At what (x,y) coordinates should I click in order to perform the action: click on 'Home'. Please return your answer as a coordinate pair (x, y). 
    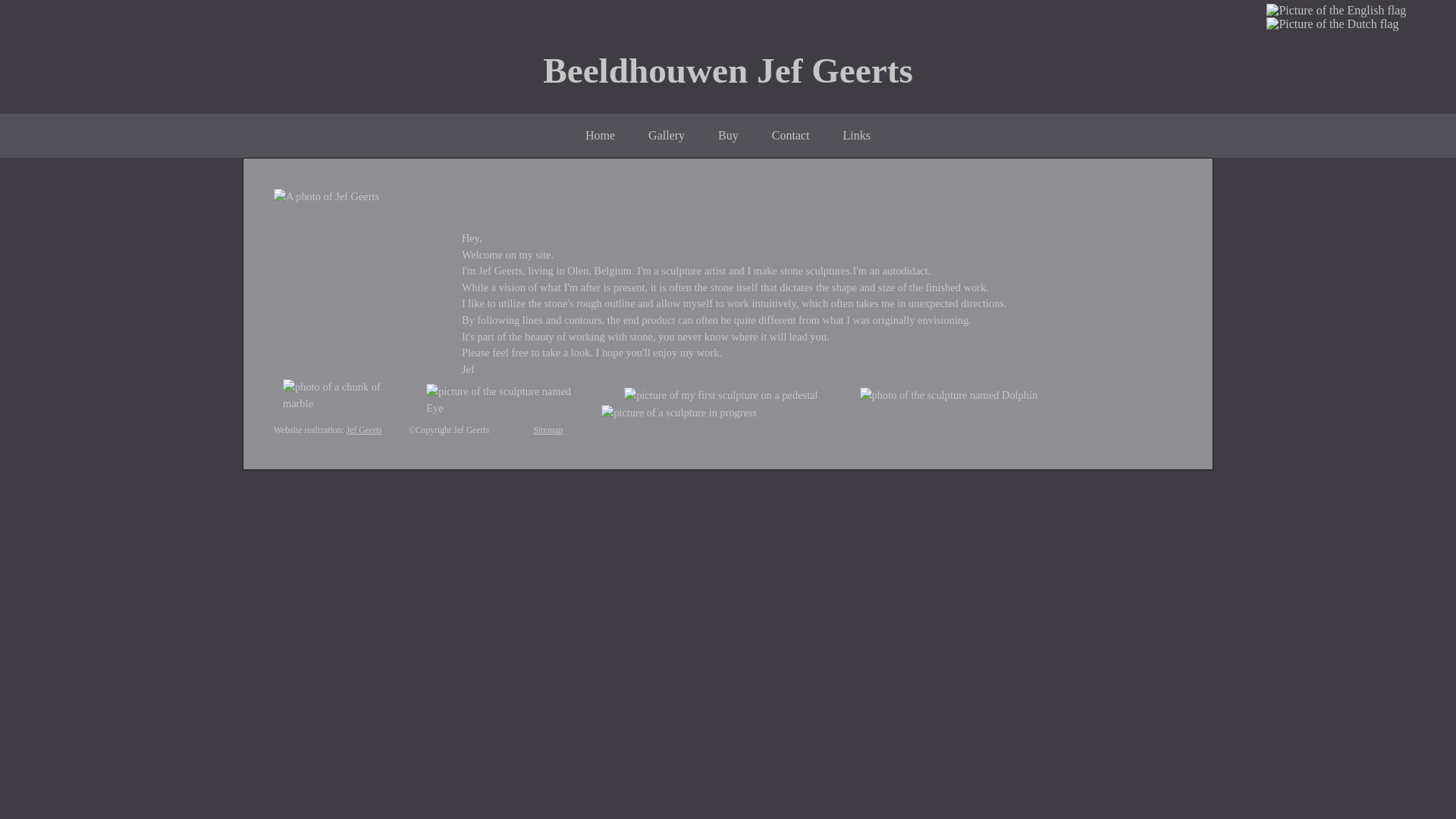
    Looking at the image, I should click on (599, 134).